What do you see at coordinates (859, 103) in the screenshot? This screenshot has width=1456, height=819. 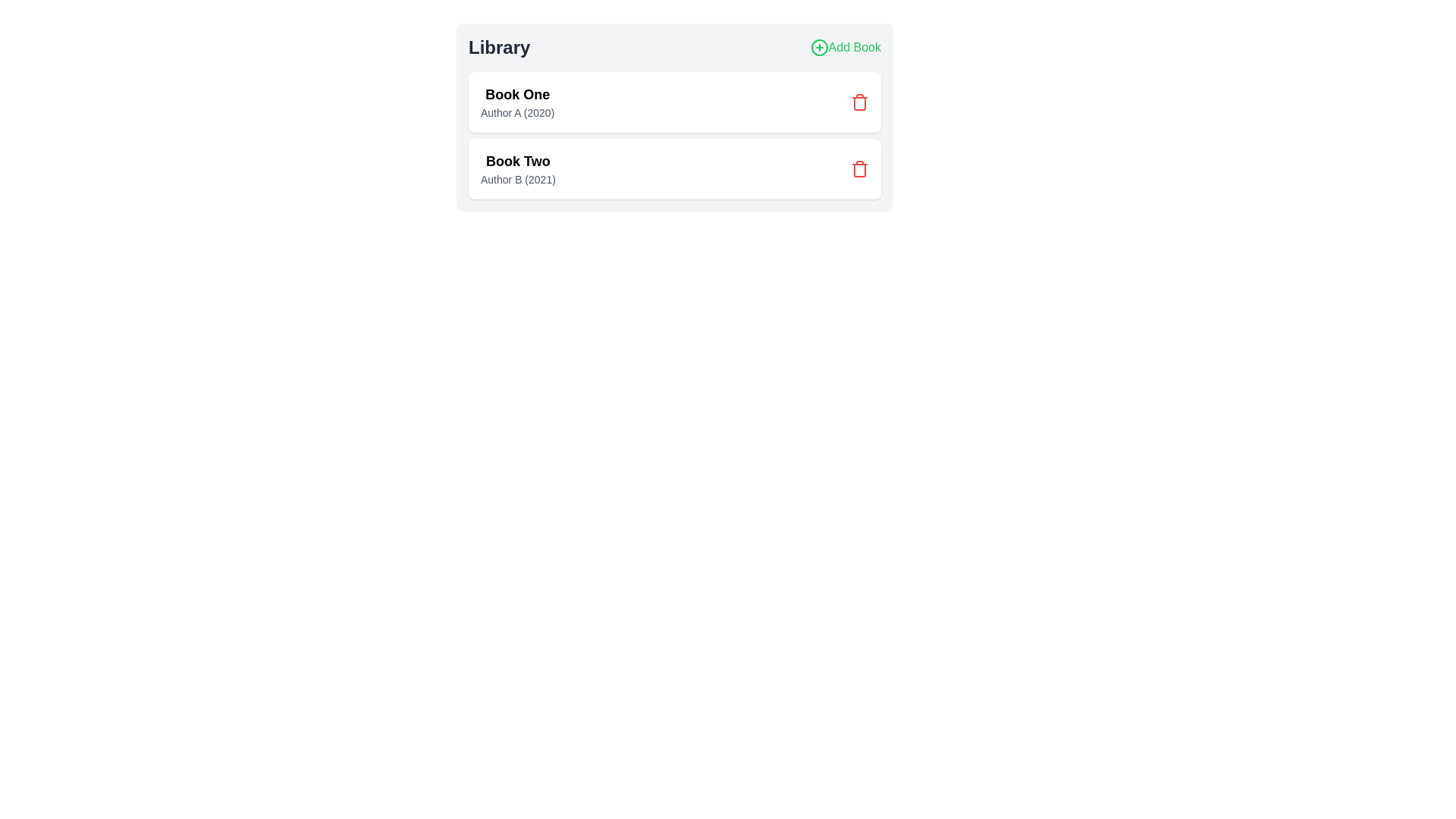 I see `the trash bin icon component, which is part of the main trash icon group located to the right of the 'Book One' list item` at bounding box center [859, 103].